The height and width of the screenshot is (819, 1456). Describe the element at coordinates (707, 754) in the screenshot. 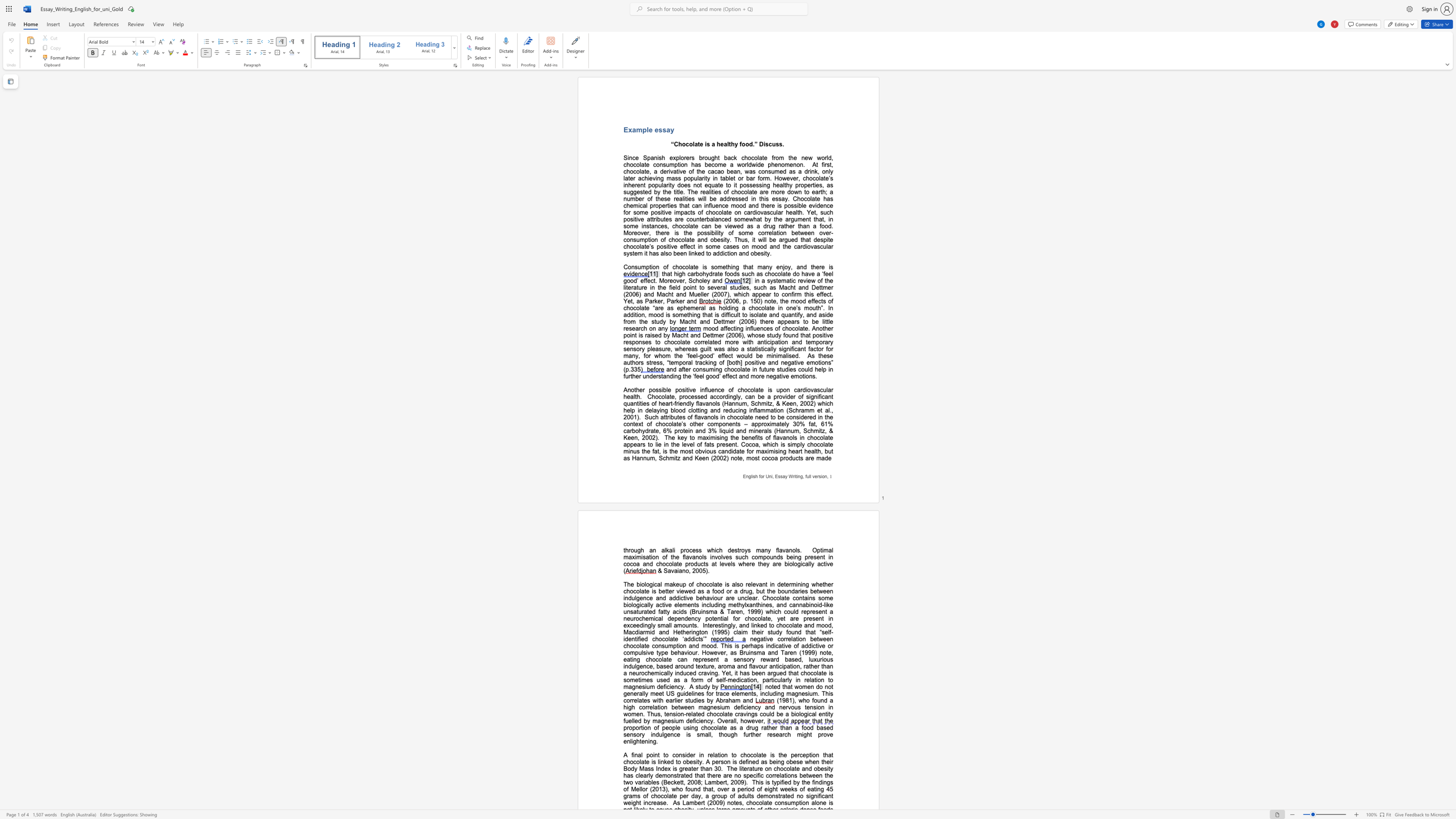

I see `the subset text "re" within the text "to consider in relation to chocolate is the"` at that location.